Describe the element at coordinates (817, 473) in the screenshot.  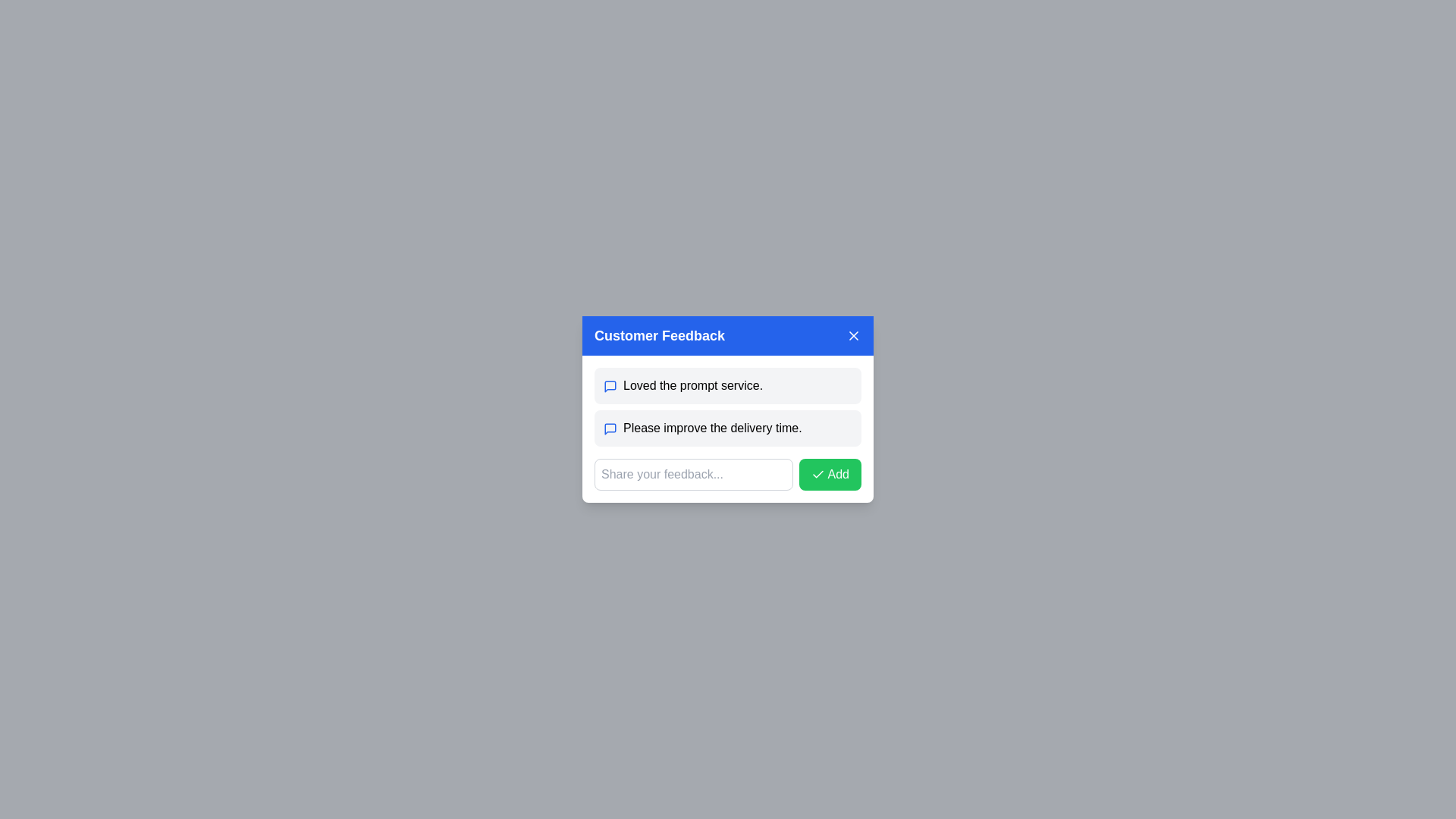
I see `the icon located inside the button at the bottom right of the feedback modal box, which is to the left of the 'Add' text, to understand the action context` at that location.